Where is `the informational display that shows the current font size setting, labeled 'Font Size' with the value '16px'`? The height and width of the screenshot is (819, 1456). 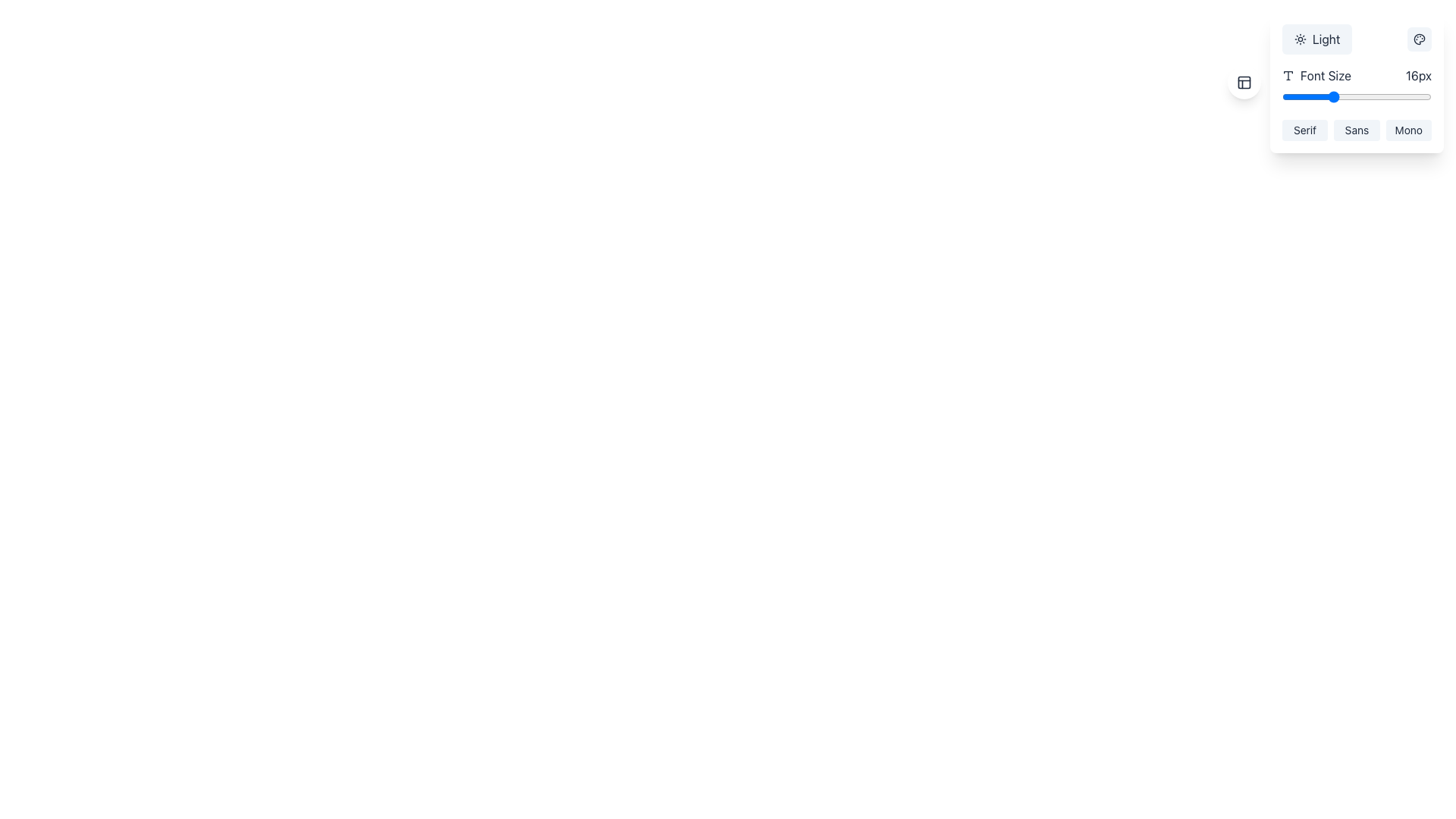
the informational display that shows the current font size setting, labeled 'Font Size' with the value '16px' is located at coordinates (1357, 76).